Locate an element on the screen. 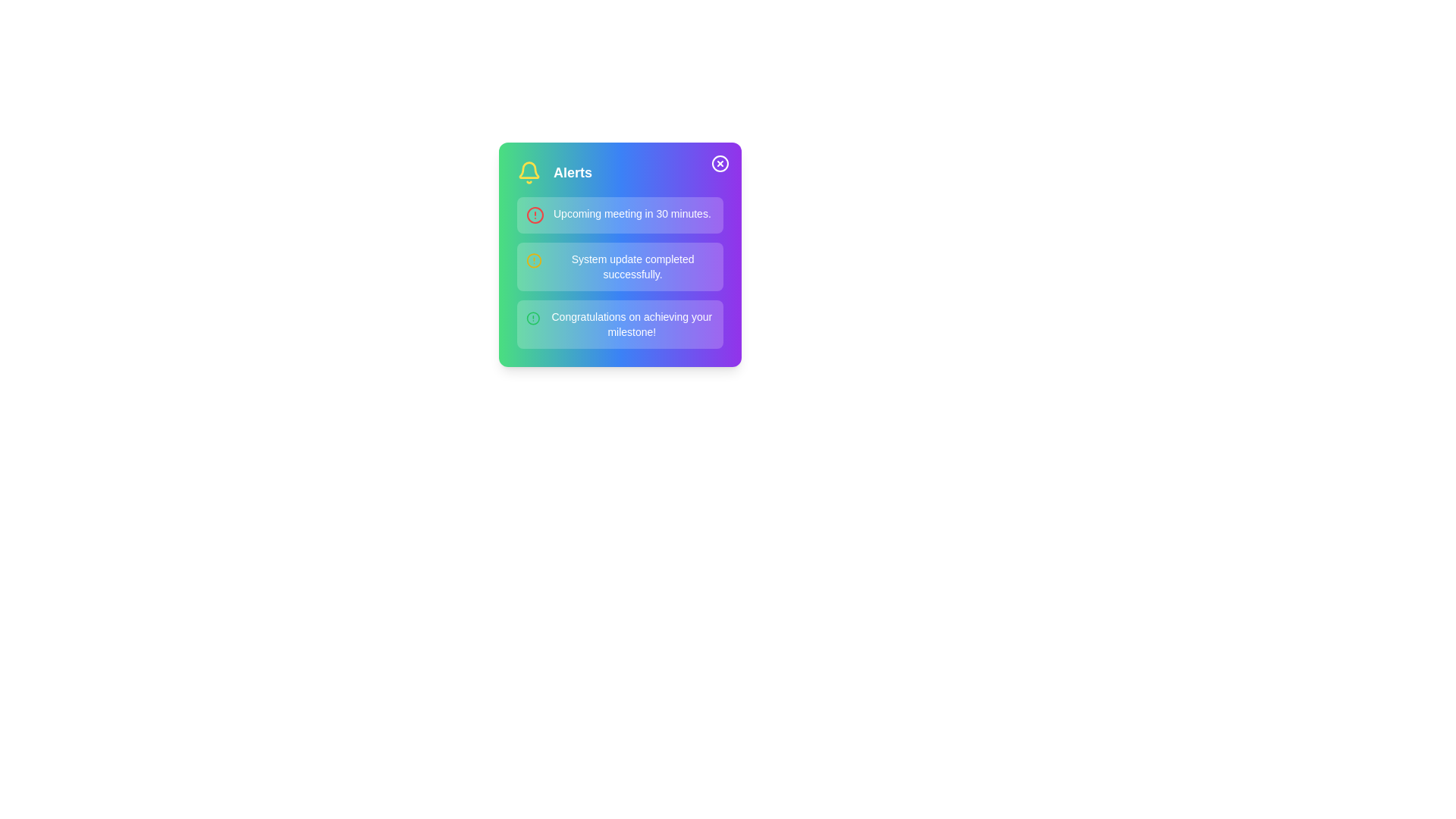 Image resolution: width=1456 pixels, height=819 pixels. text element that displays 'Congratulations on achieving your milestone!' in the alert message box, located on the third line of text is located at coordinates (632, 324).